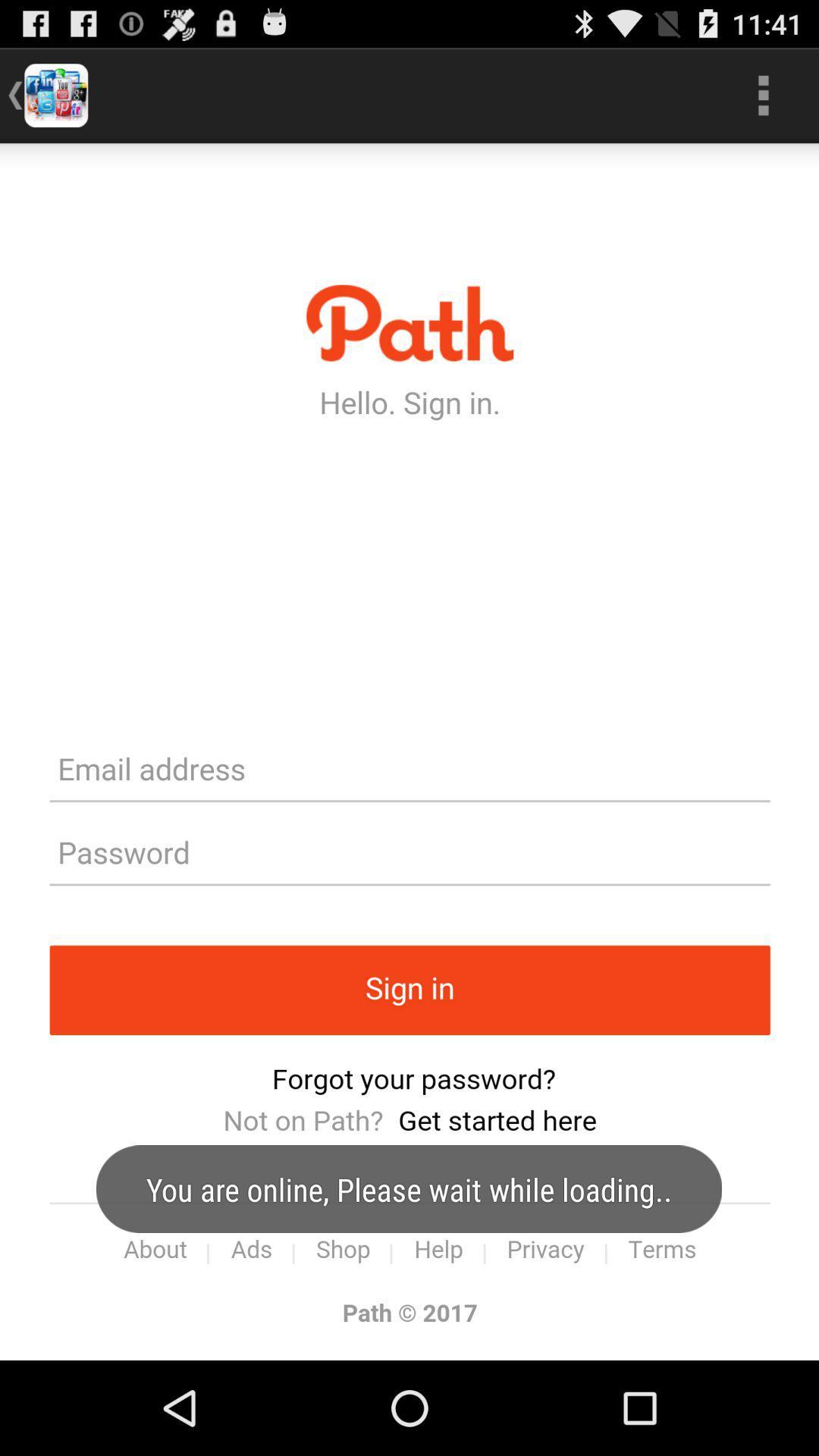  I want to click on login page, so click(409, 752).